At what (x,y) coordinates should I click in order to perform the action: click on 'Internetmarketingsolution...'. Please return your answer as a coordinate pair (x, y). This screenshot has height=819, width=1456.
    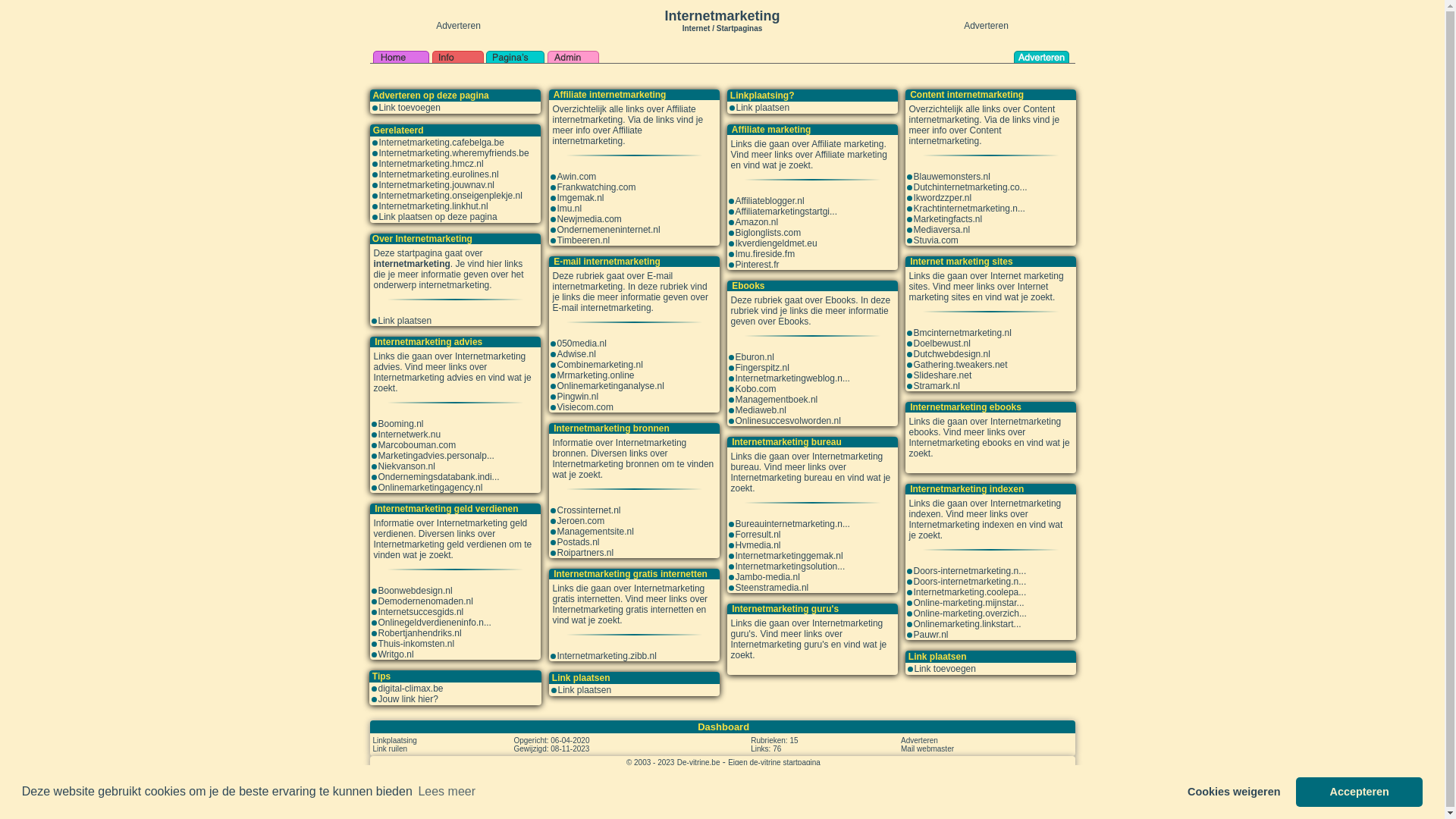
    Looking at the image, I should click on (789, 566).